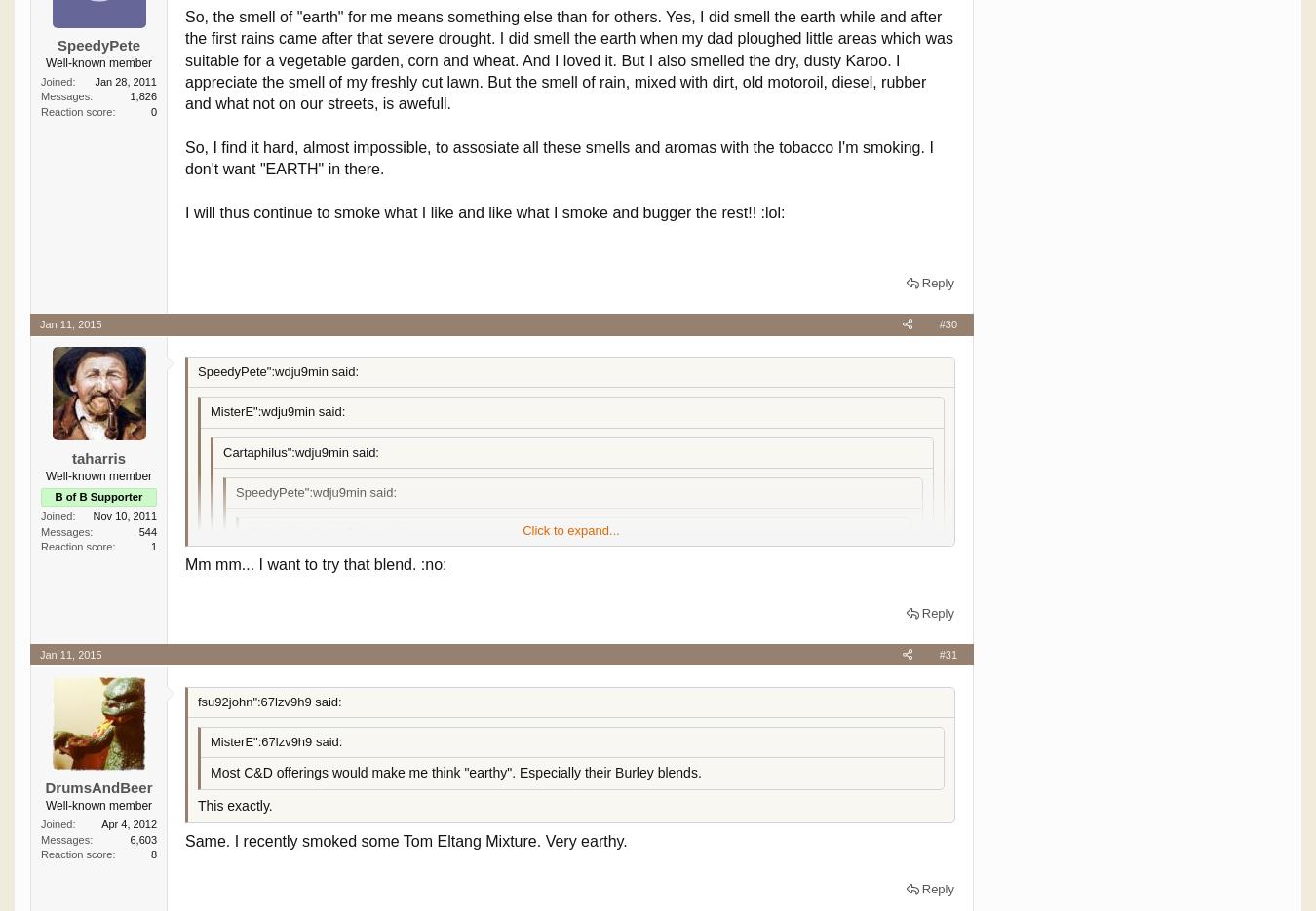  I want to click on '#30', so click(947, 323).